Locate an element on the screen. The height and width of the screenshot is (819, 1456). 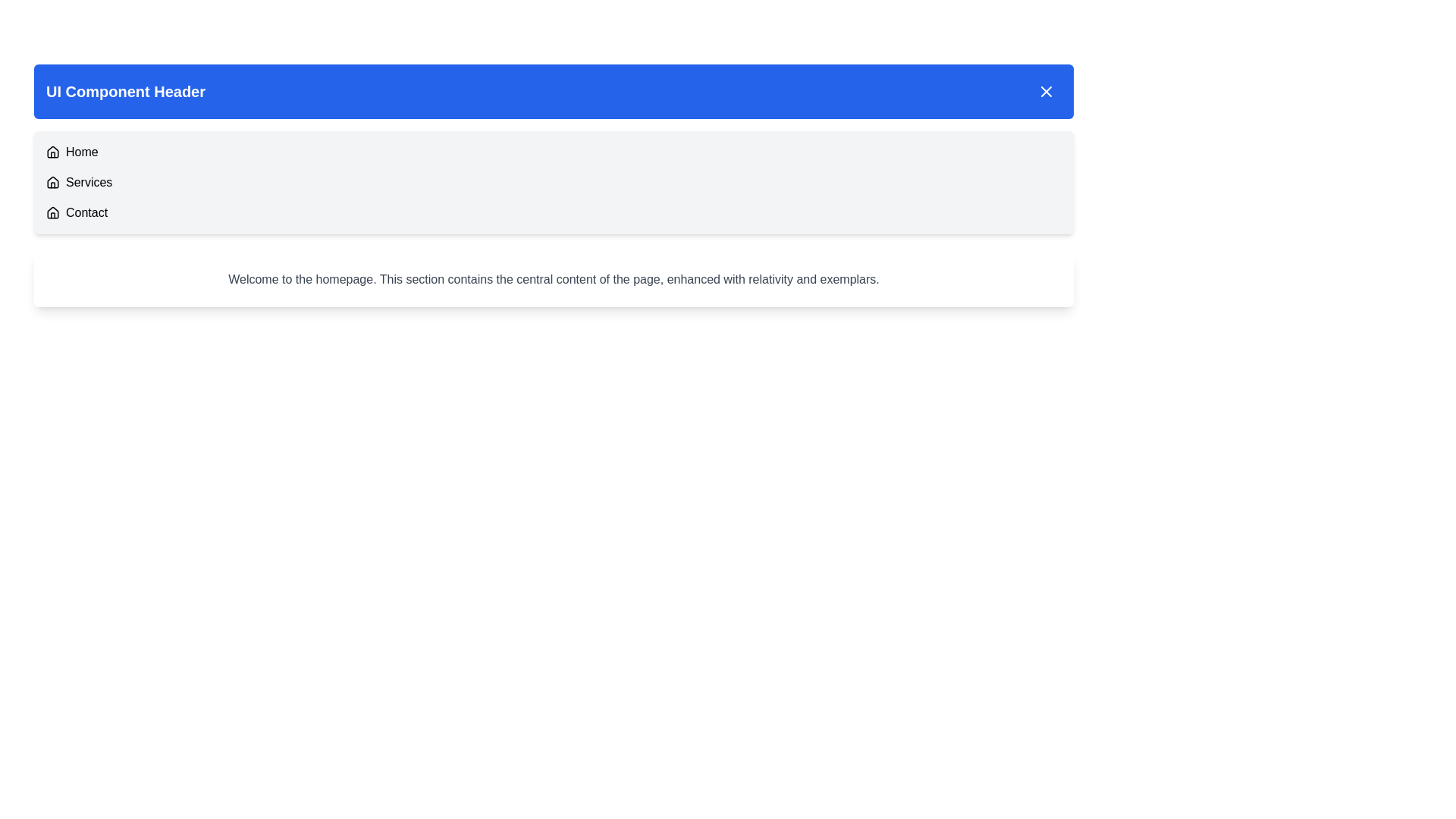
the 'Home' icon located at the top-left section of the interface, adjacent to the 'Home' text is located at coordinates (53, 152).